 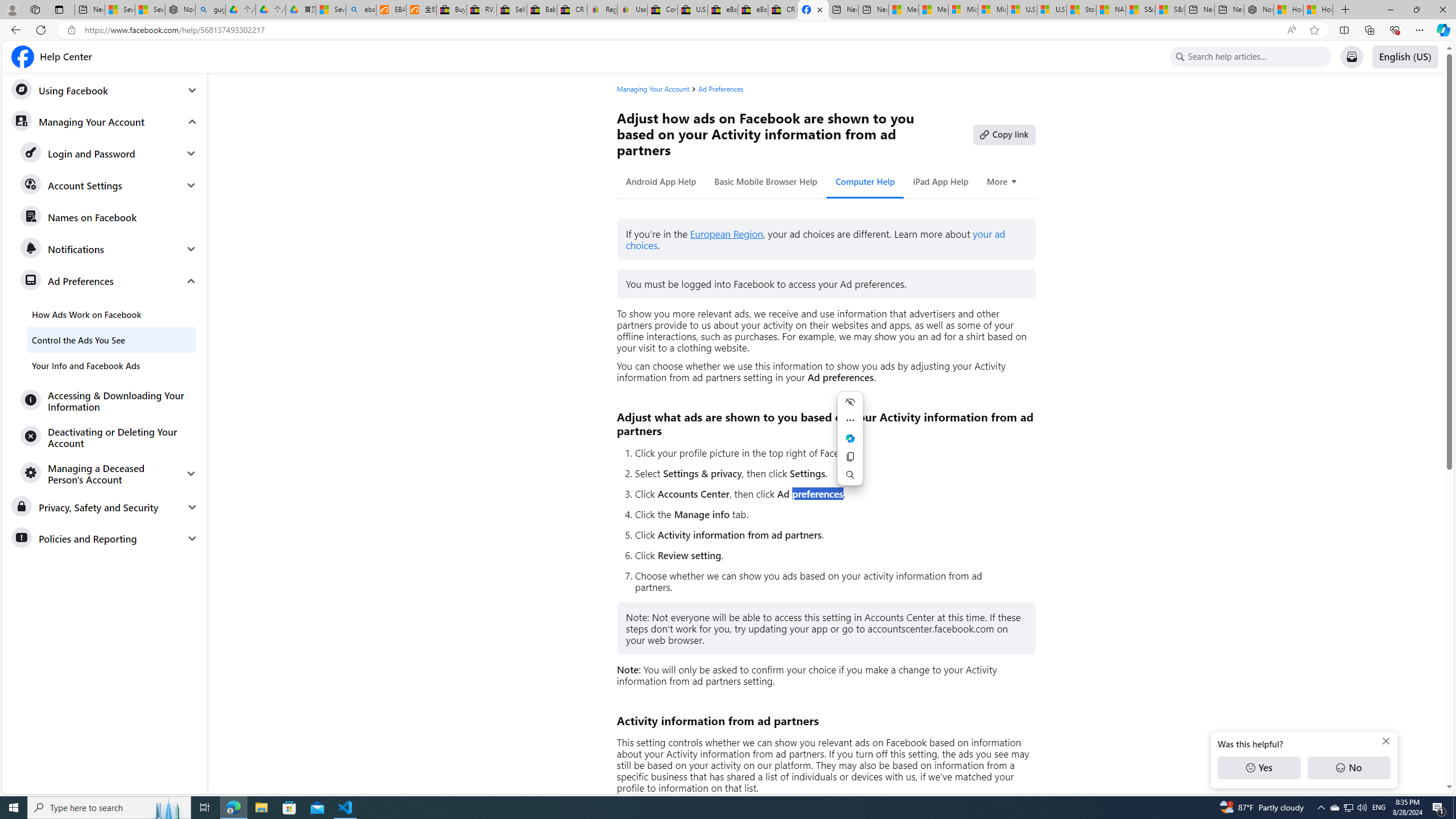 What do you see at coordinates (109, 217) in the screenshot?
I see `'Names on Facebook'` at bounding box center [109, 217].